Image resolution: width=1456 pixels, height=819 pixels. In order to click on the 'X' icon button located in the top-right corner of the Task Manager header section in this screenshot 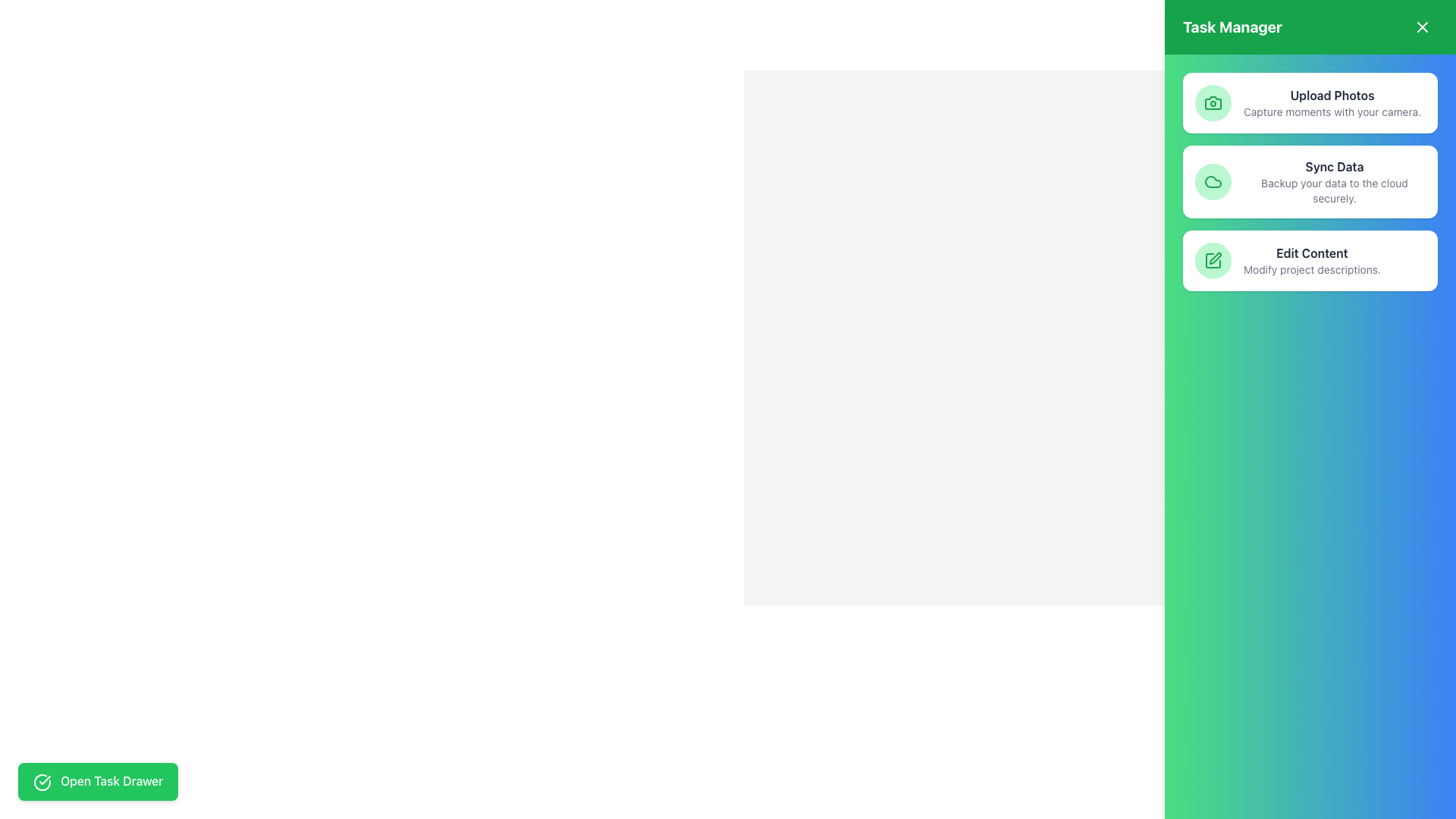, I will do `click(1422, 27)`.